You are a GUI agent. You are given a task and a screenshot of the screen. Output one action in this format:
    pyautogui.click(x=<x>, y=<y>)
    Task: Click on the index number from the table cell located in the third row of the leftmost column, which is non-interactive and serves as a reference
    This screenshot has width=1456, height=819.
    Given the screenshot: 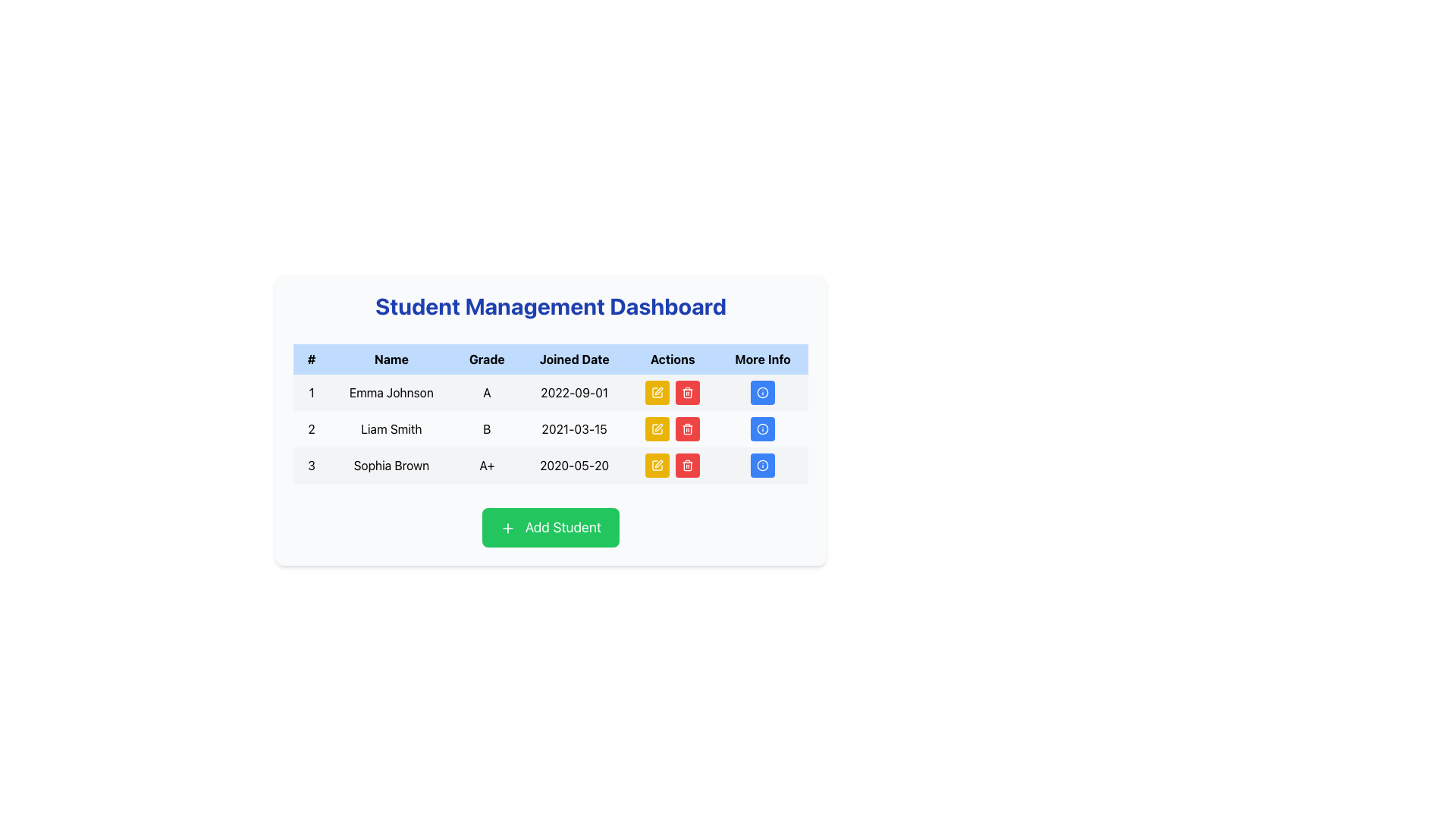 What is the action you would take?
    pyautogui.click(x=311, y=464)
    